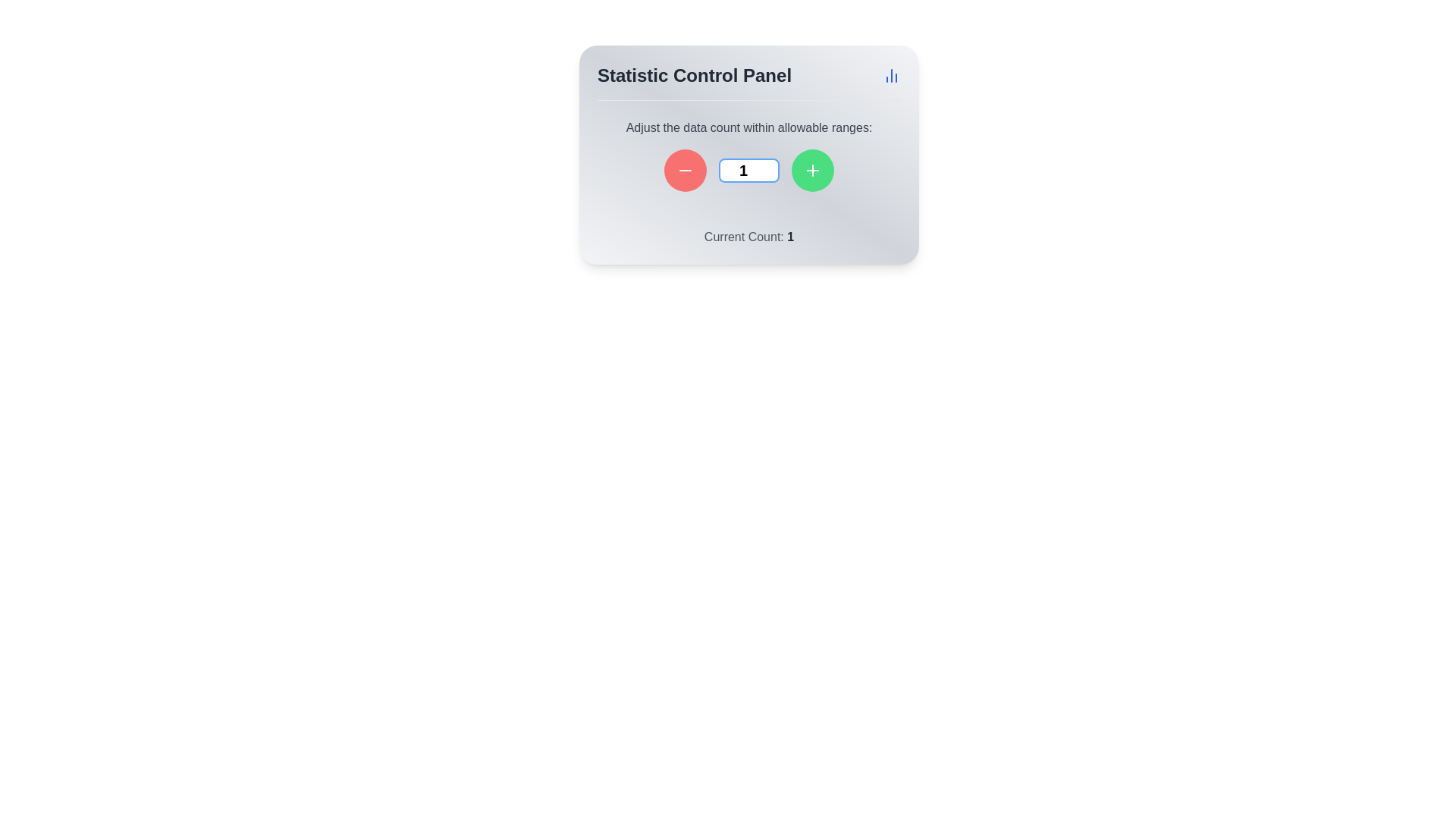  What do you see at coordinates (811, 170) in the screenshot?
I see `the circular green button with a white '+' icon located under the section labeled 'Adjust the data count within allowable ranges' to observe its interactive style change` at bounding box center [811, 170].